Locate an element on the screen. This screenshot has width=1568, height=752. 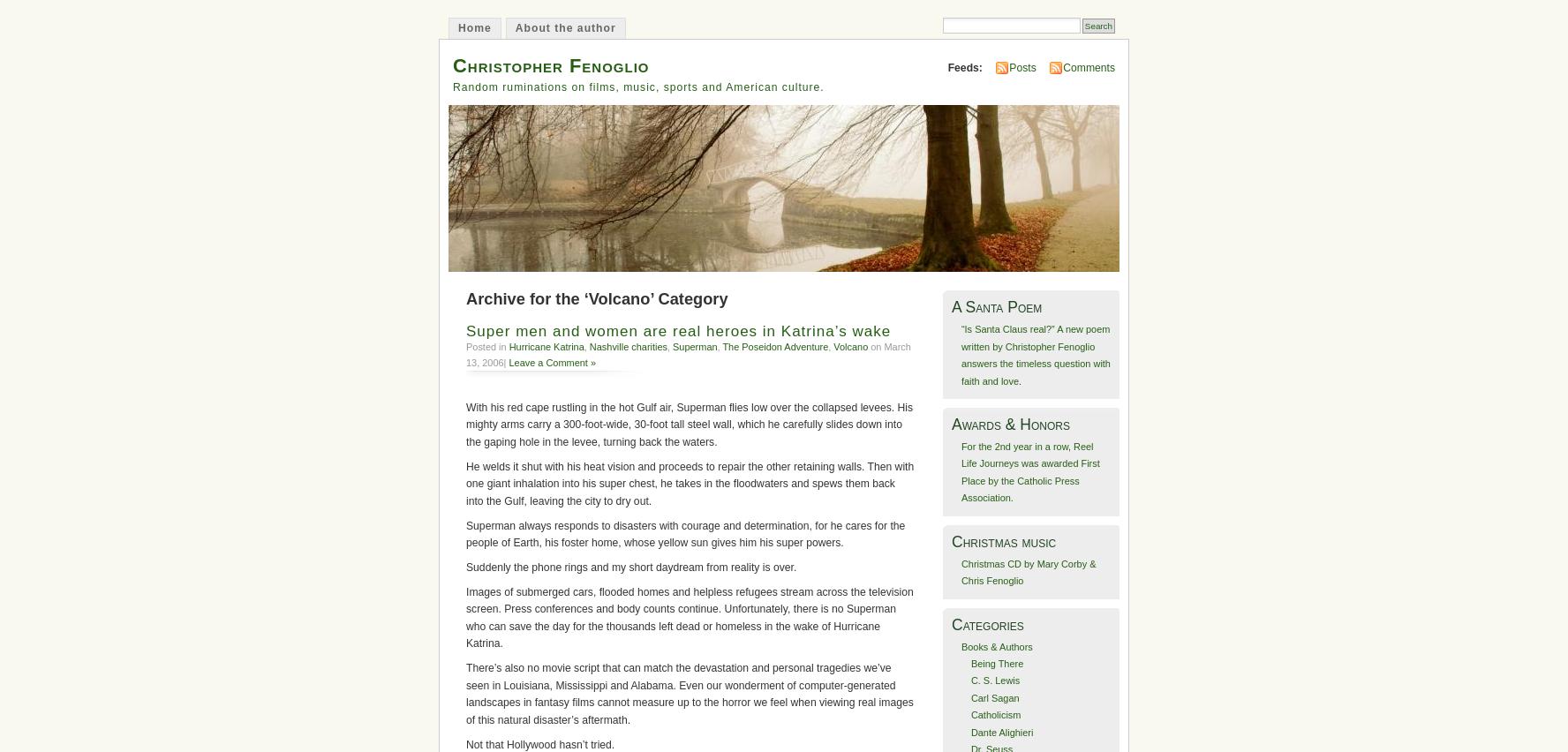
'Books & Authors' is located at coordinates (996, 645).